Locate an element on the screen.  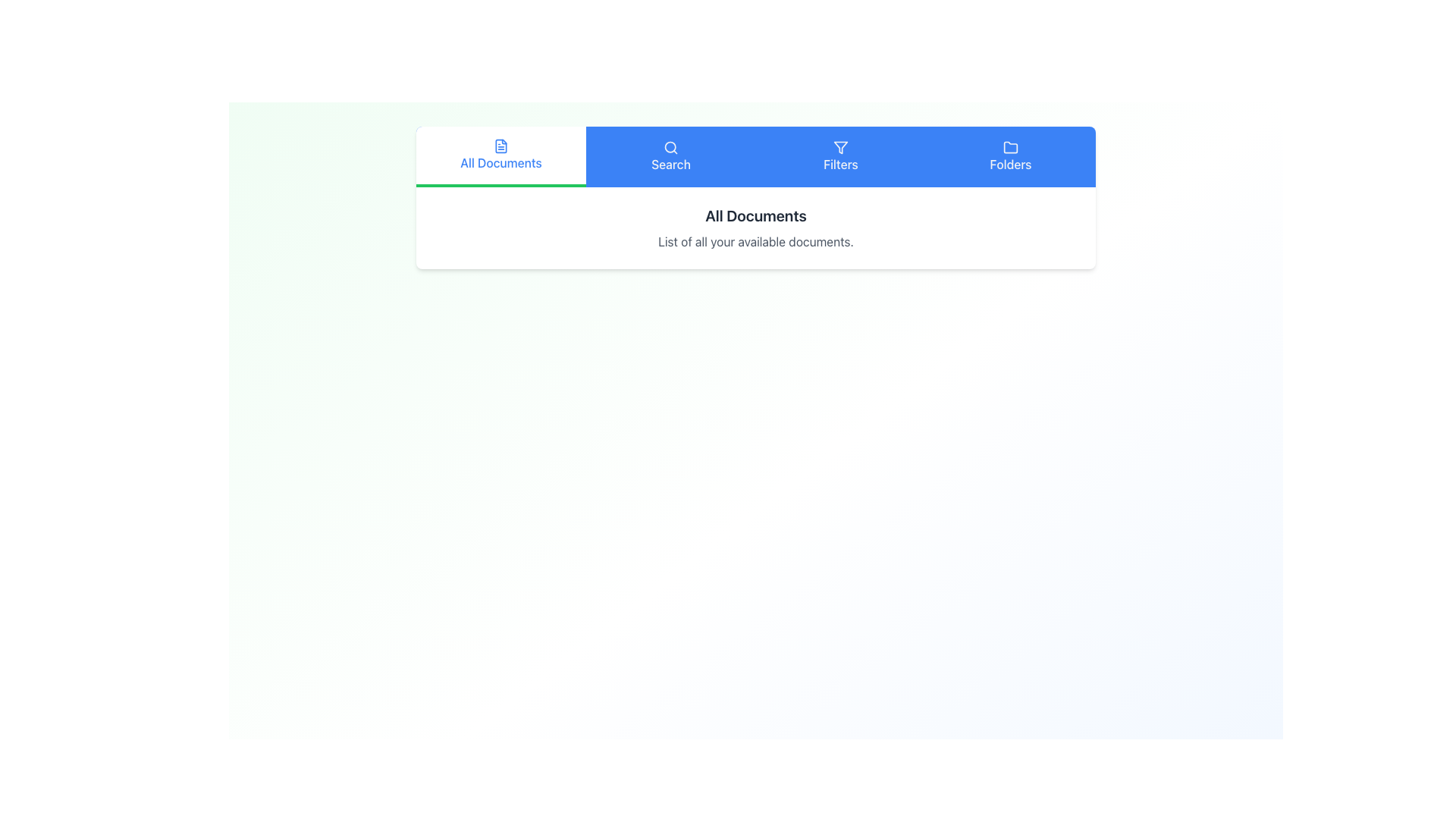
the text label that reads 'Filters', which is styled in white text on a blue background and is part of the navigation toolbar is located at coordinates (839, 164).